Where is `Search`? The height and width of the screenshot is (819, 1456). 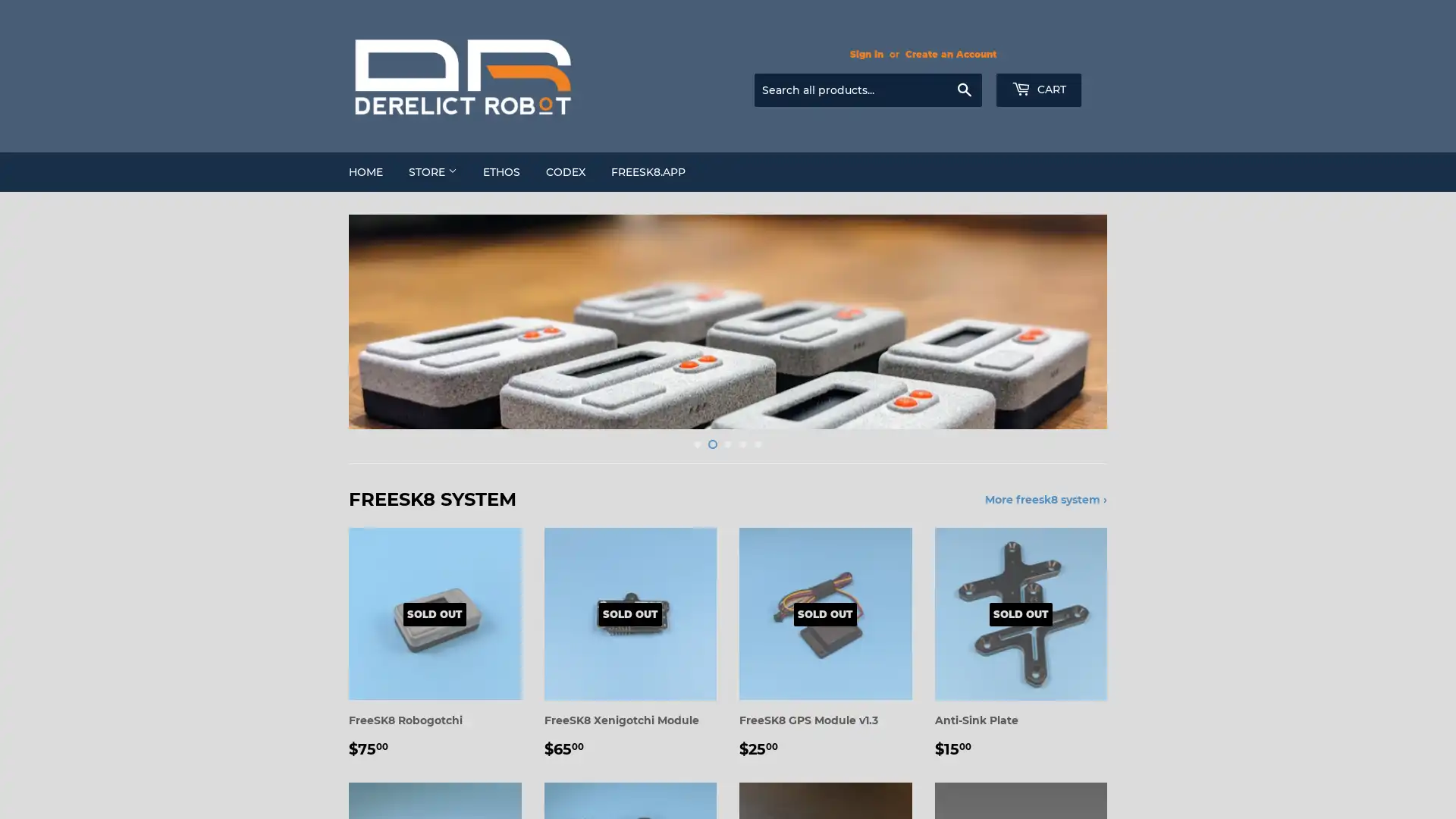 Search is located at coordinates (963, 90).